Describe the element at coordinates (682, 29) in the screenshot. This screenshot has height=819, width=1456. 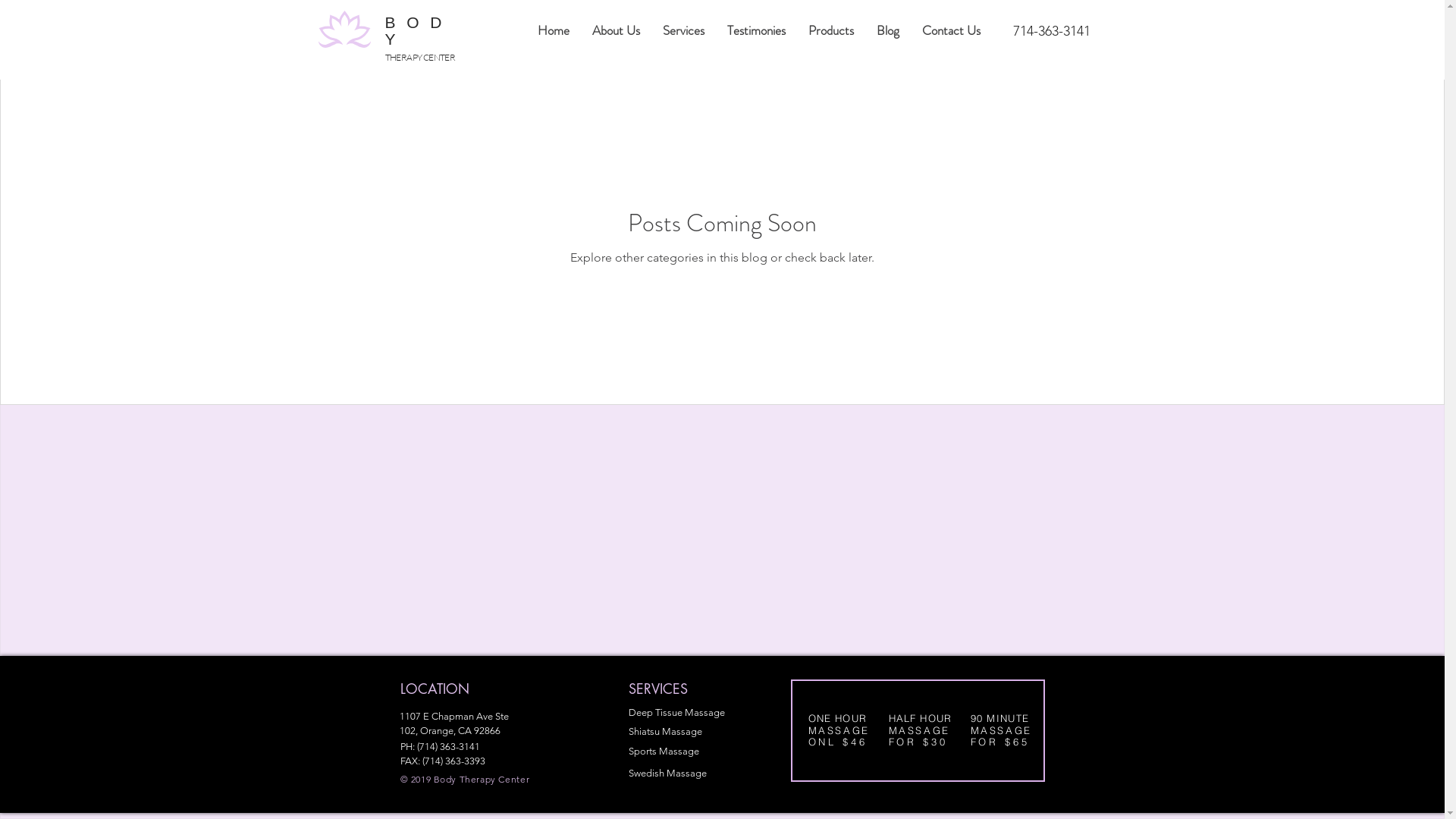
I see `'Services'` at that location.